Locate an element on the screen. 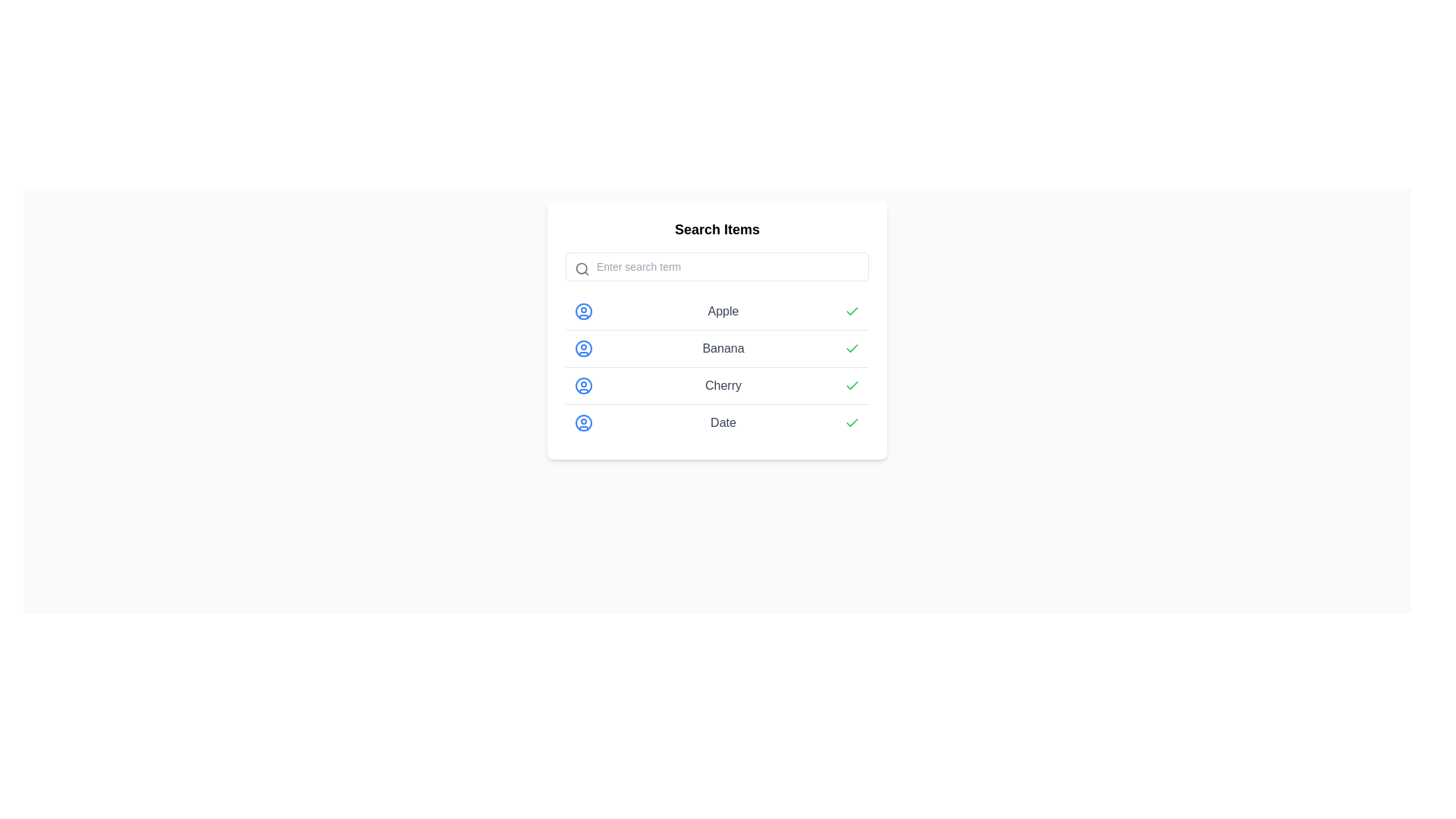 The image size is (1456, 819). the first list row item under 'Search Items', which features a user icon, the label 'Apple', and a green checkmark indicating selection is located at coordinates (716, 311).